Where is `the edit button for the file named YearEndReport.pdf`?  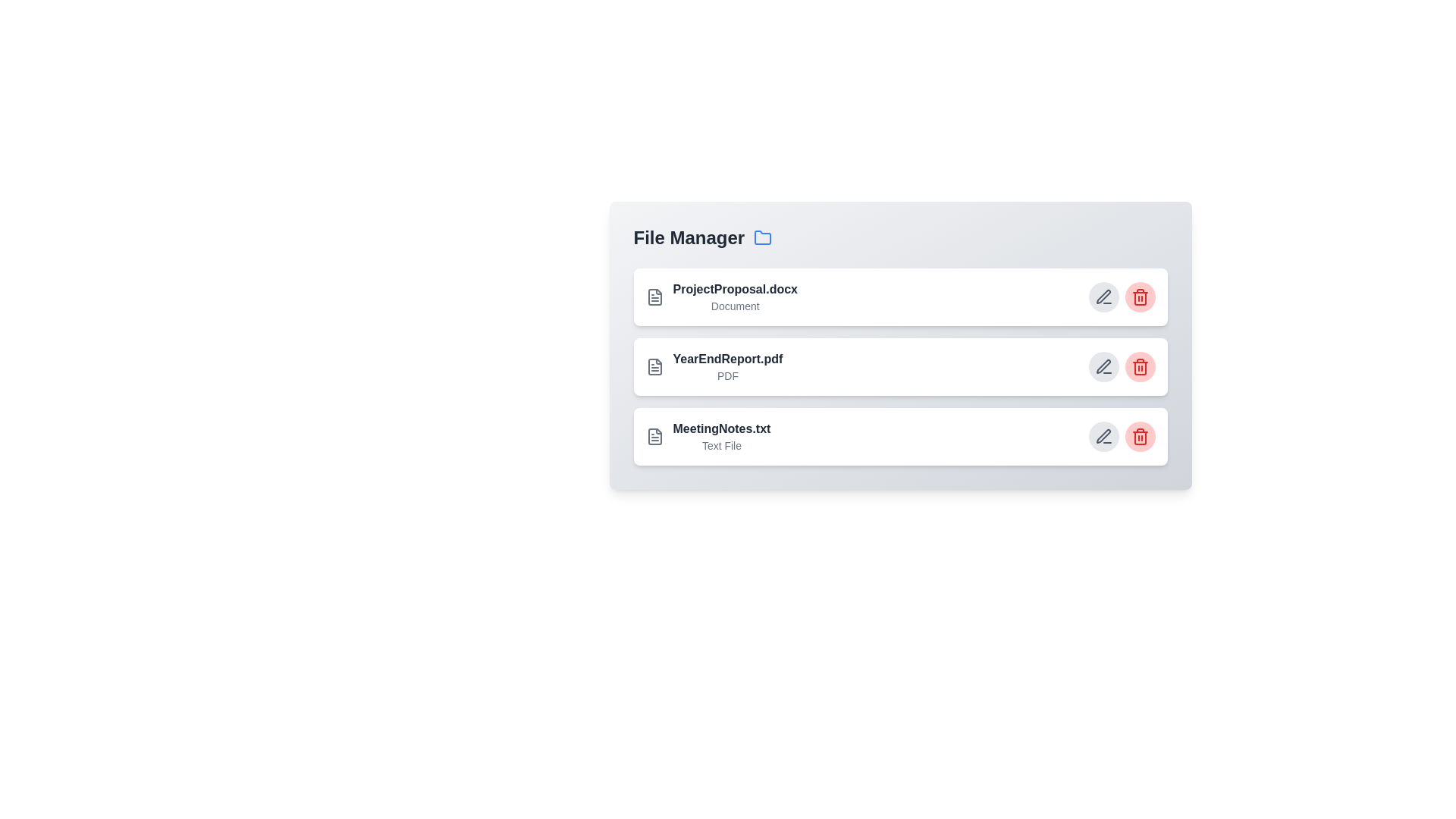
the edit button for the file named YearEndReport.pdf is located at coordinates (1103, 366).